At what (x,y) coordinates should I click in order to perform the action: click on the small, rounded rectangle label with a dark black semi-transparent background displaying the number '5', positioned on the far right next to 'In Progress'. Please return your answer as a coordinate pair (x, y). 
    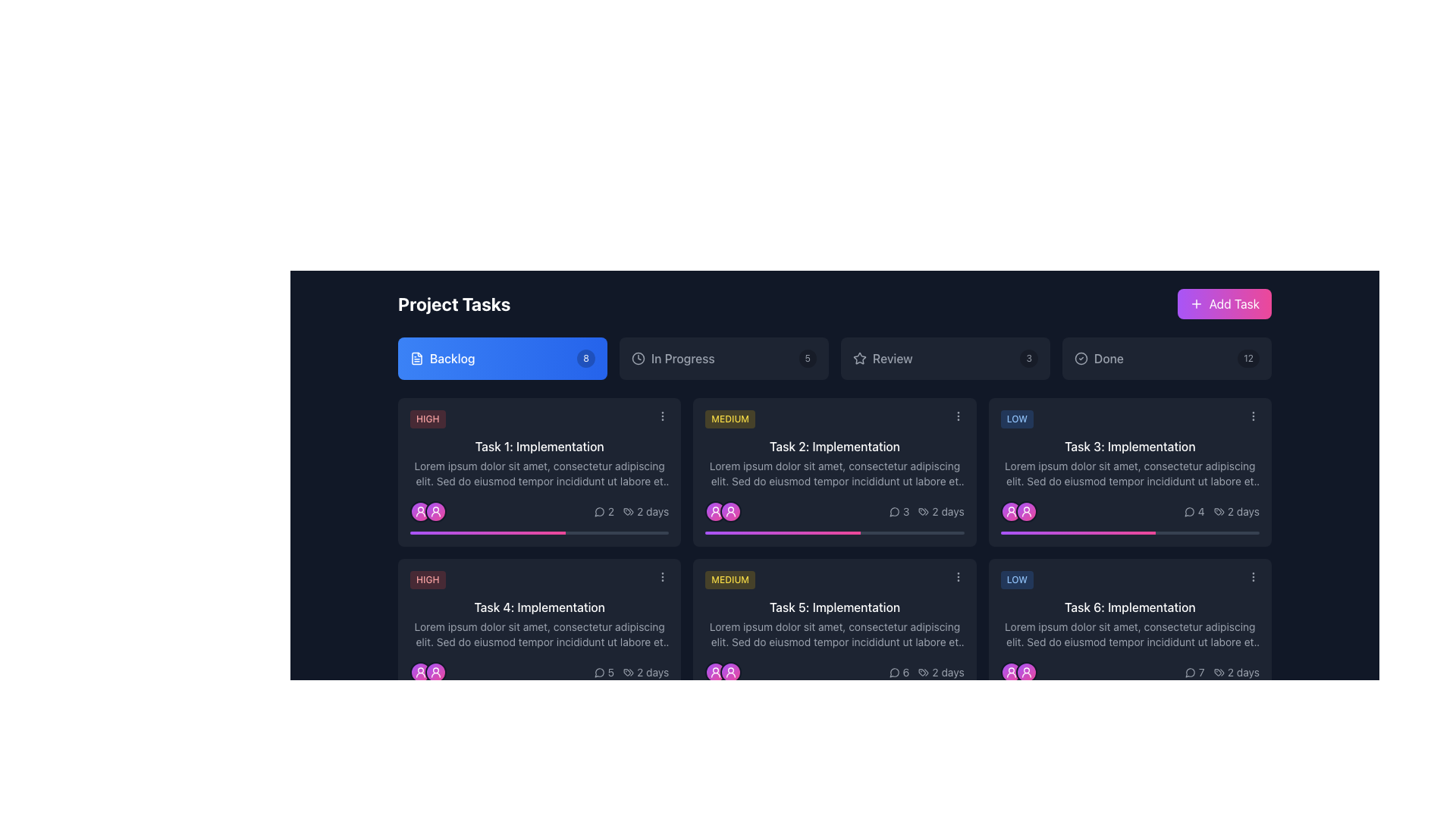
    Looking at the image, I should click on (807, 359).